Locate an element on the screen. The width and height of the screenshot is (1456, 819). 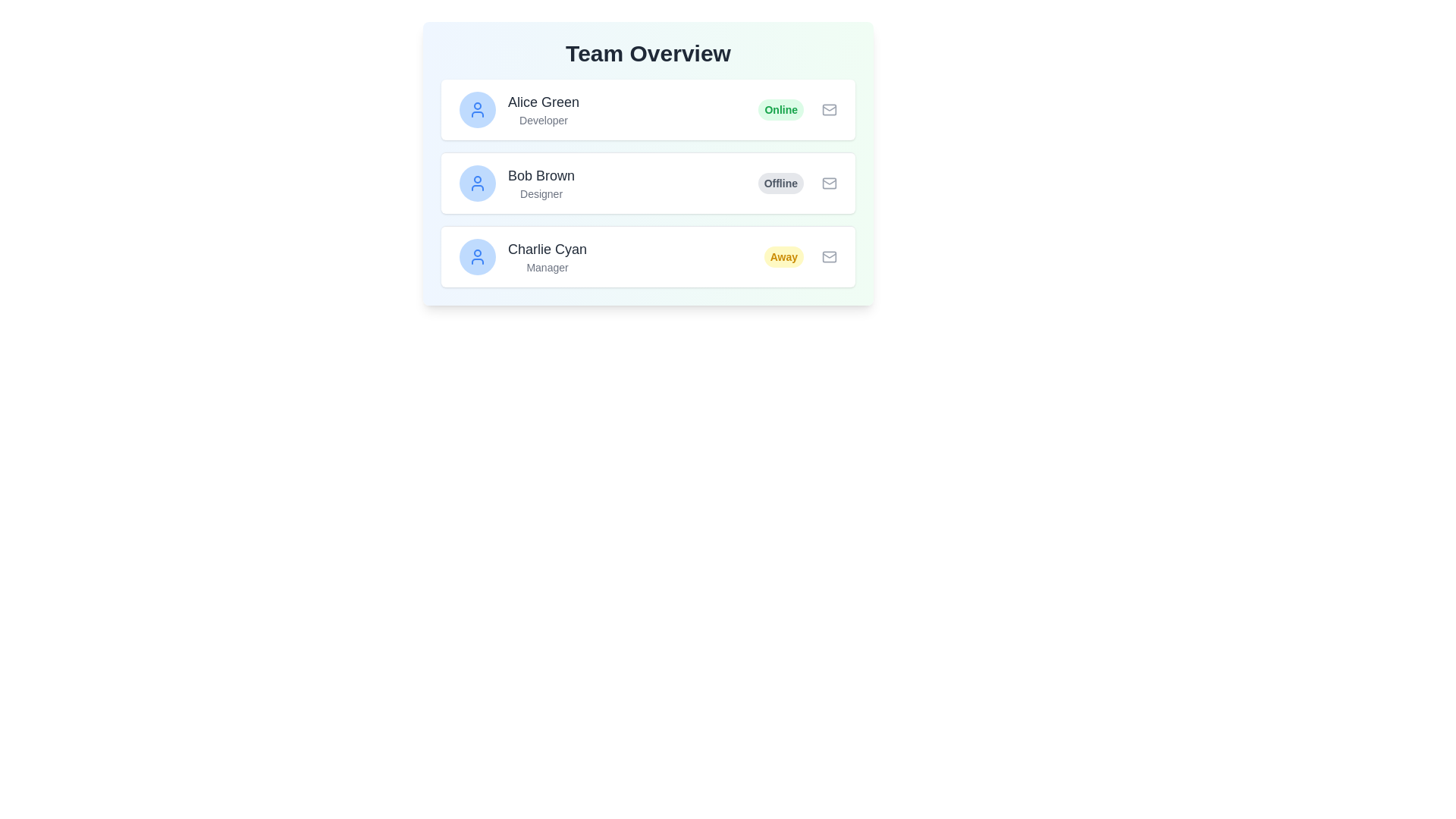
the User Avatar Icon representing 'Bob Brown' located at the top-left corner of the card is located at coordinates (476, 183).